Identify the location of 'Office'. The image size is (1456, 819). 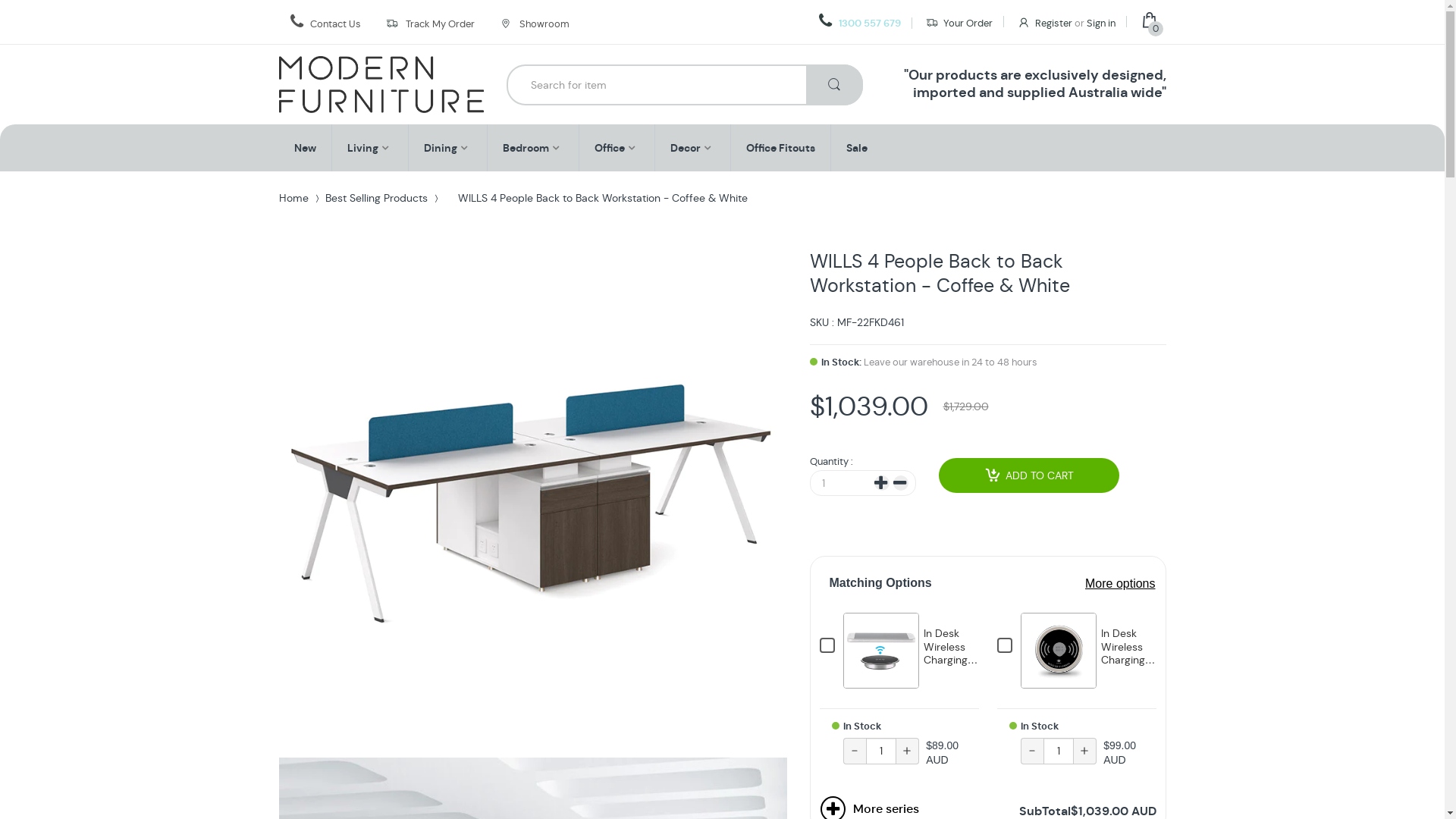
(609, 148).